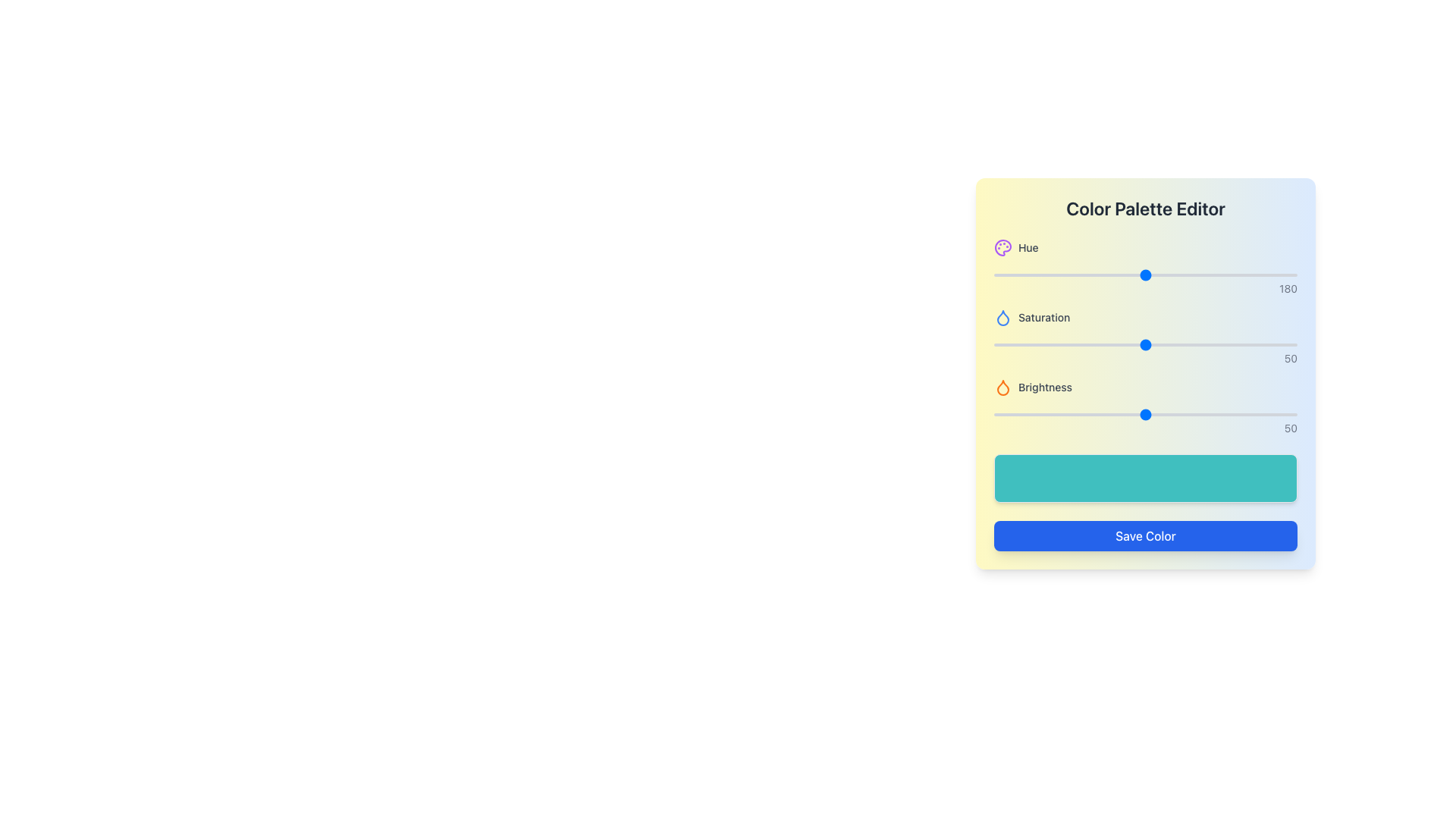 The width and height of the screenshot is (1456, 819). I want to click on the saturation level, so click(1163, 345).